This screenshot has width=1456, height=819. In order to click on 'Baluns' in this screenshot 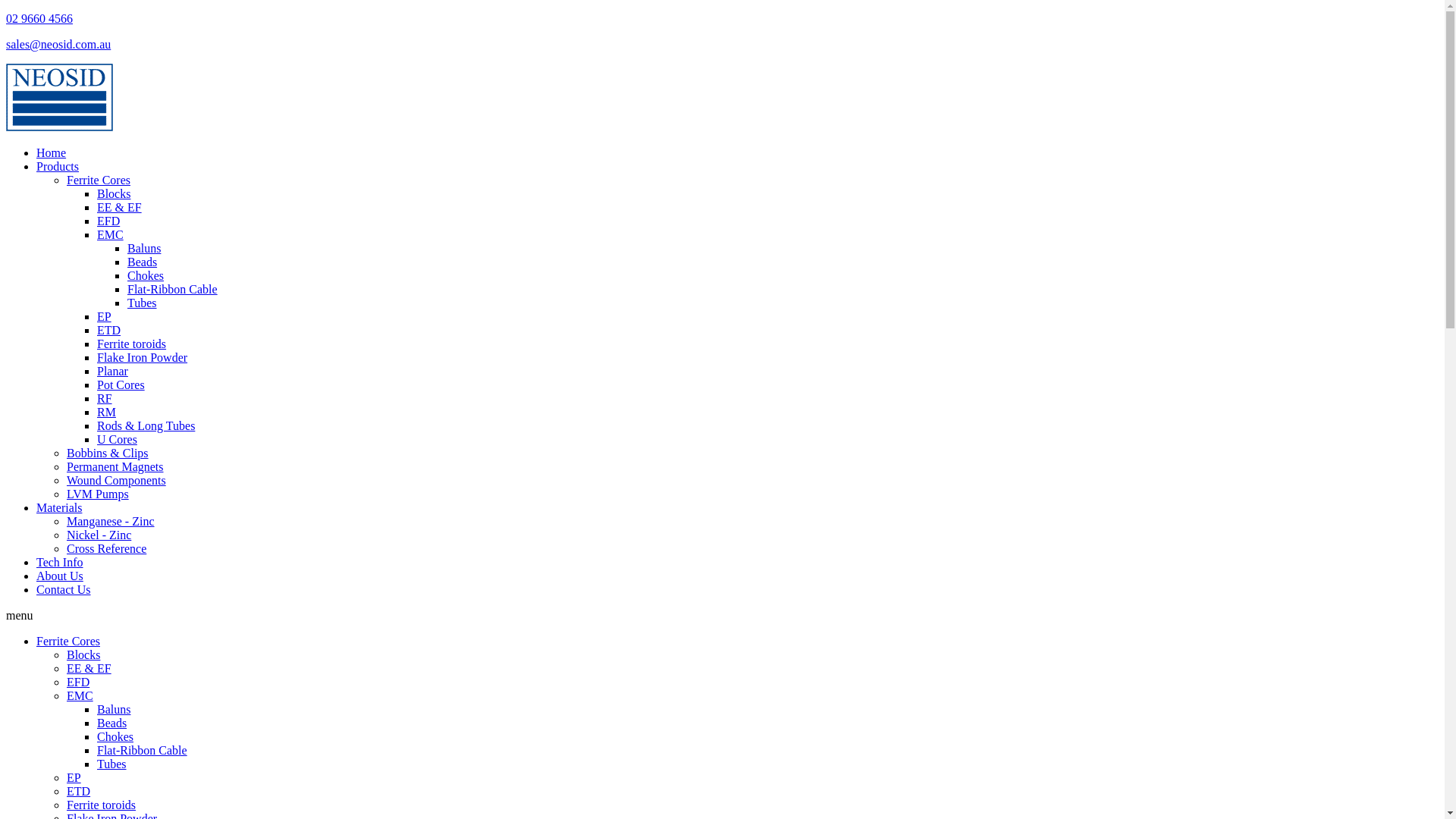, I will do `click(96, 709)`.